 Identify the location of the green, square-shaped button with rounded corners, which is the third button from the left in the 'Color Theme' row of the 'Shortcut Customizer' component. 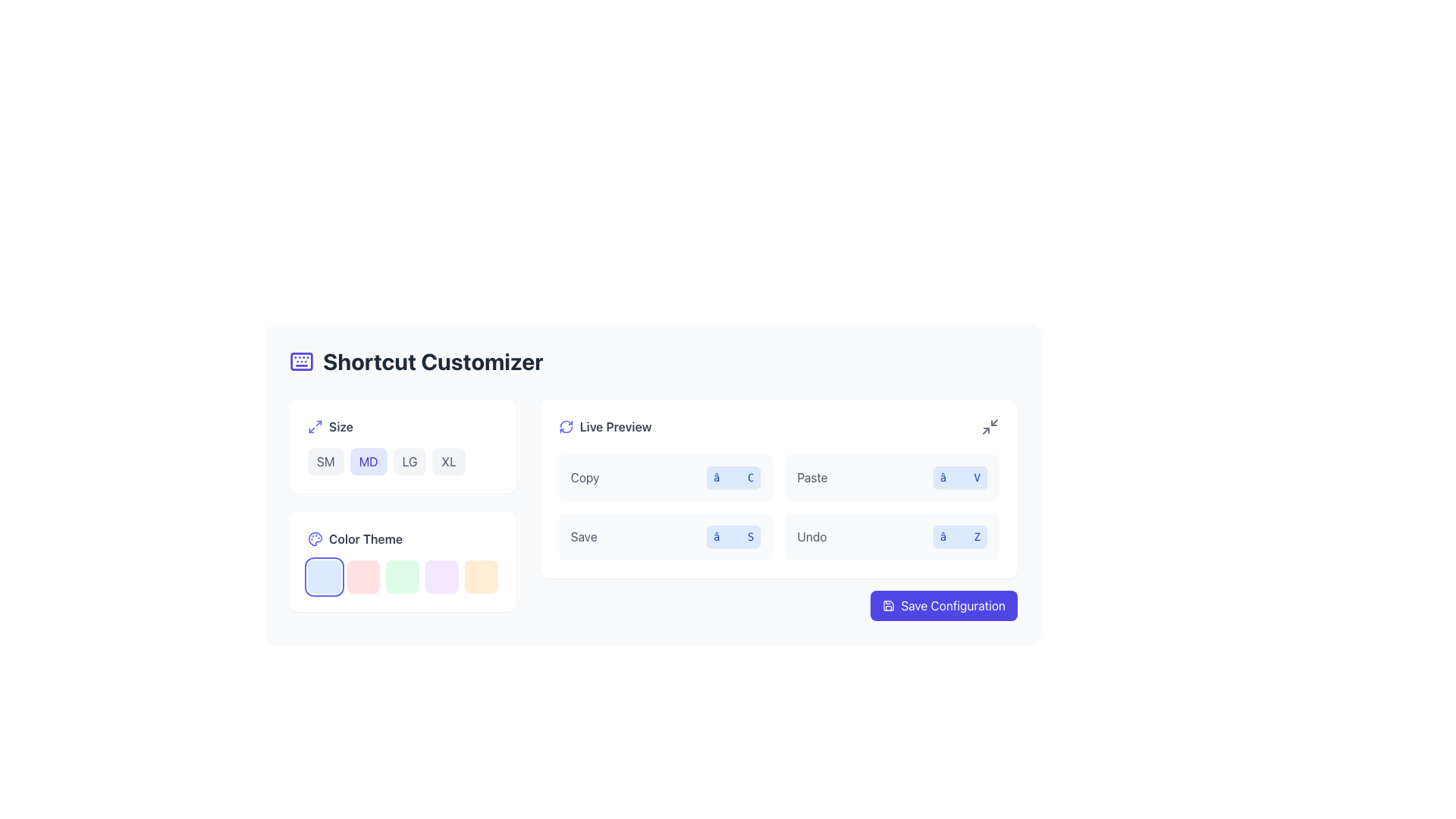
(403, 576).